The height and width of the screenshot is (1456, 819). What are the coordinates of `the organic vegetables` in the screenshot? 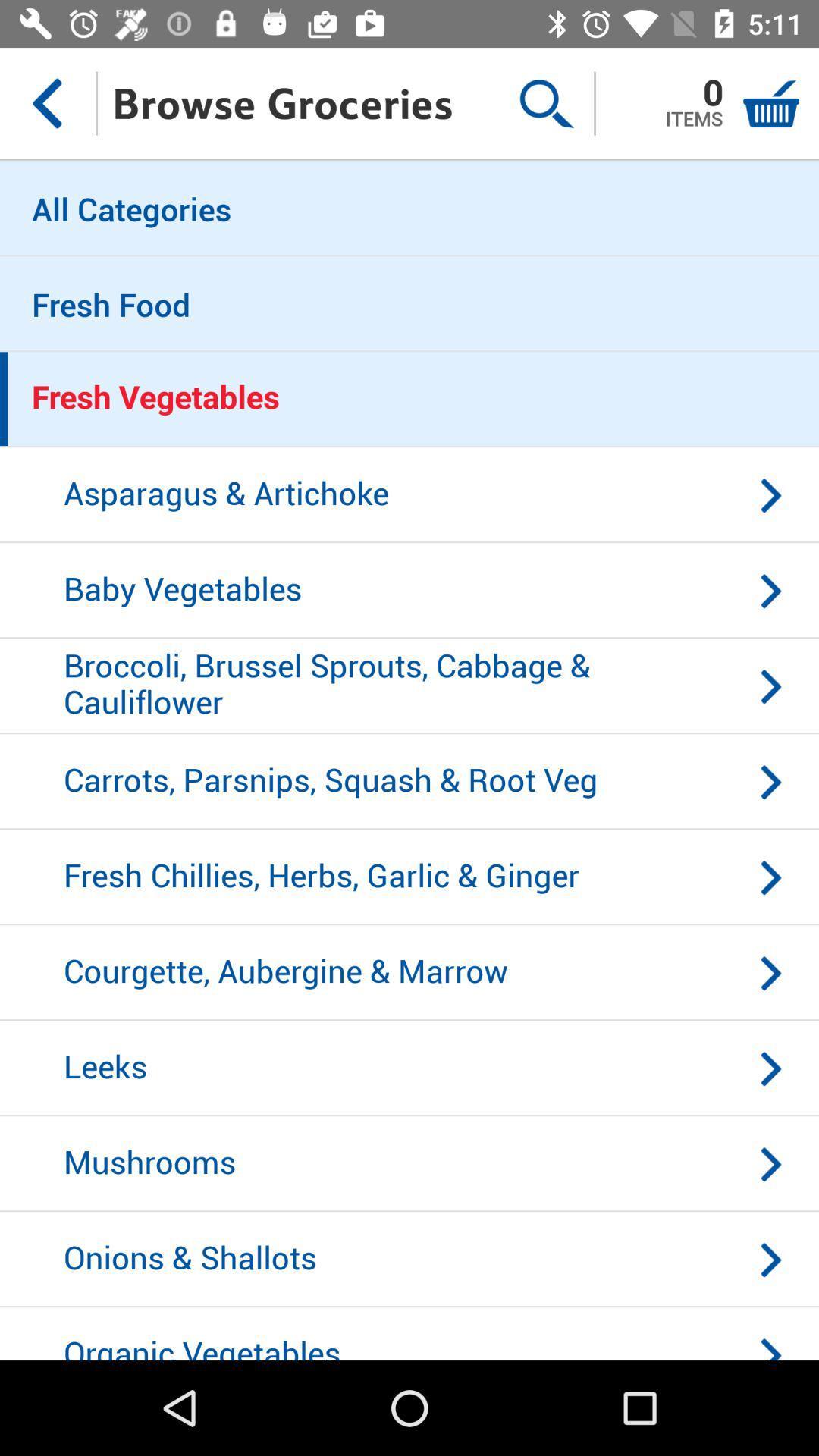 It's located at (409, 1333).